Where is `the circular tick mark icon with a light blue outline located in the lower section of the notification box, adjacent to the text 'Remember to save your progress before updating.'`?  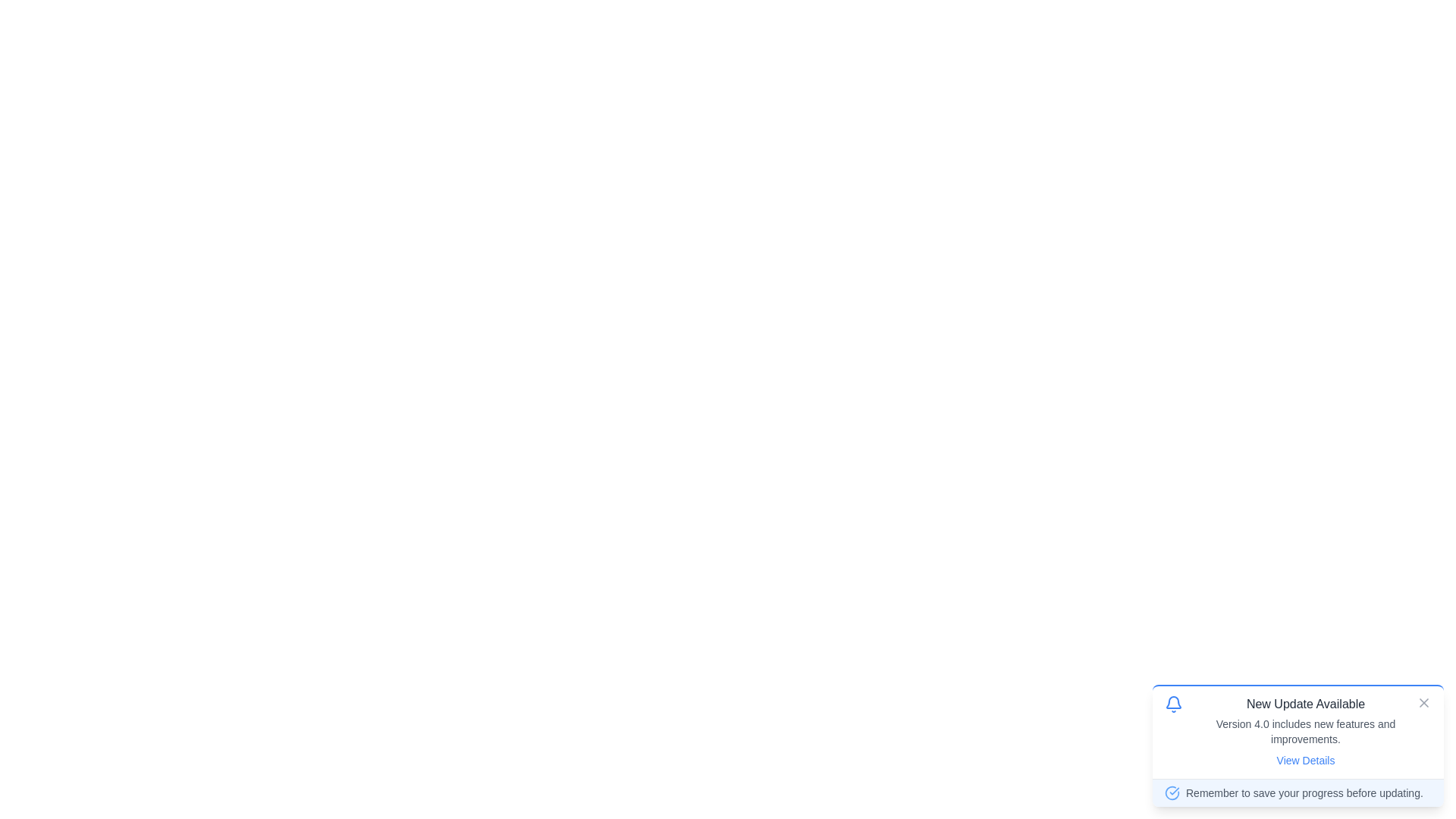 the circular tick mark icon with a light blue outline located in the lower section of the notification box, adjacent to the text 'Remember to save your progress before updating.' is located at coordinates (1171, 792).